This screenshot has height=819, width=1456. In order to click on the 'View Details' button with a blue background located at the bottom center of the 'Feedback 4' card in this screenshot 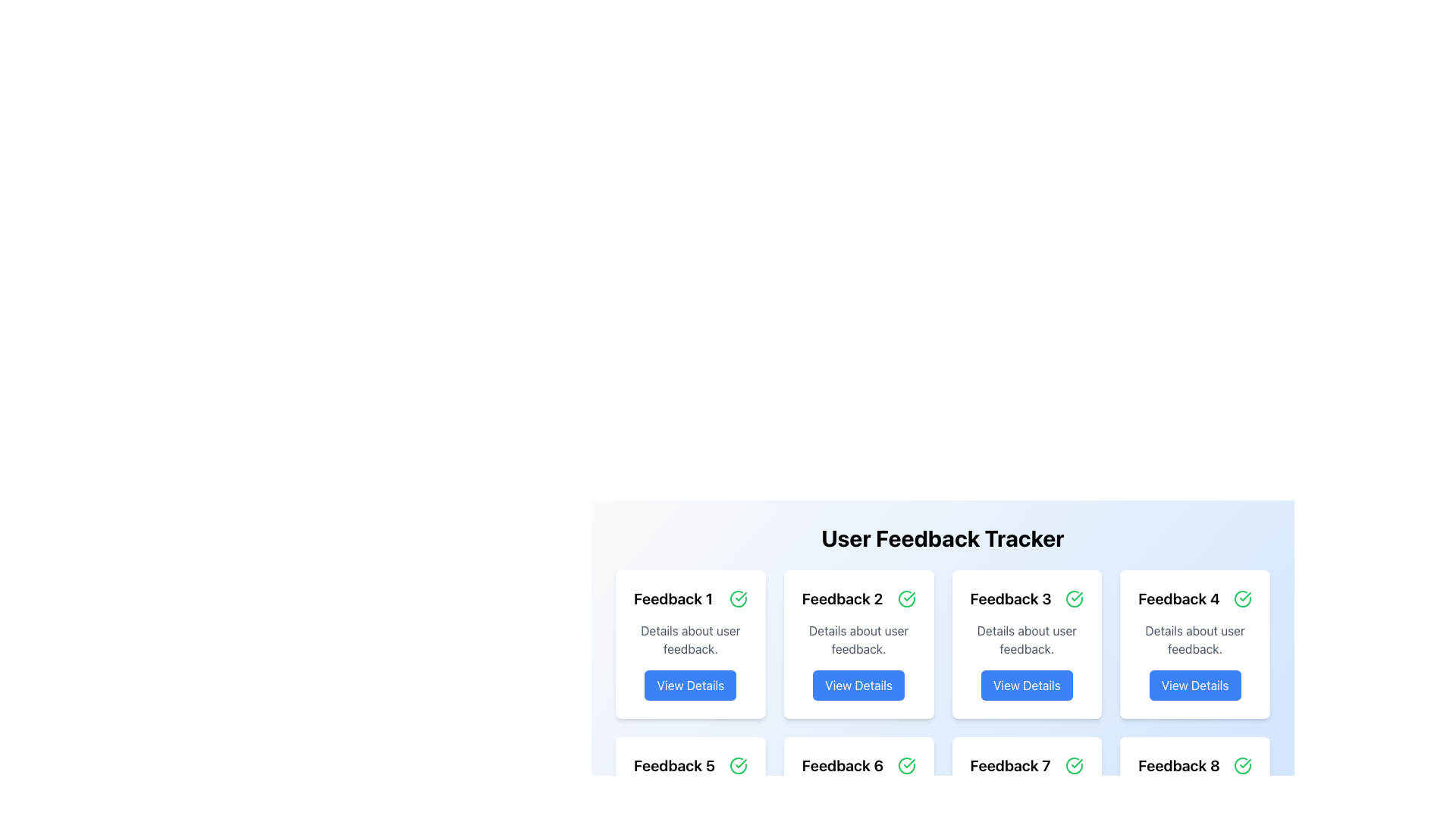, I will do `click(1194, 685)`.